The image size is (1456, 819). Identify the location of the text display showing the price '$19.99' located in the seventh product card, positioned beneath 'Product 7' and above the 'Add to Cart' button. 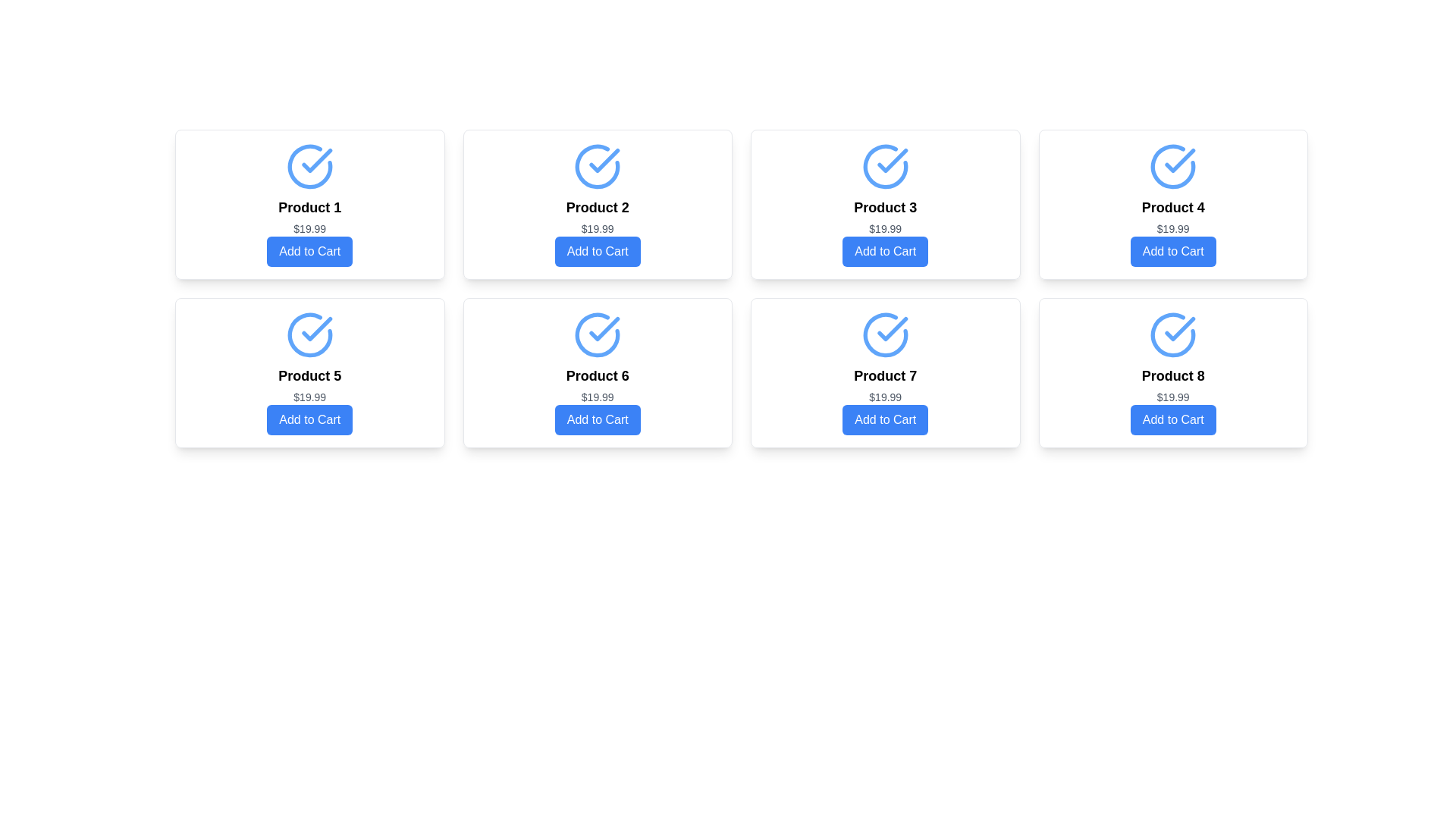
(885, 397).